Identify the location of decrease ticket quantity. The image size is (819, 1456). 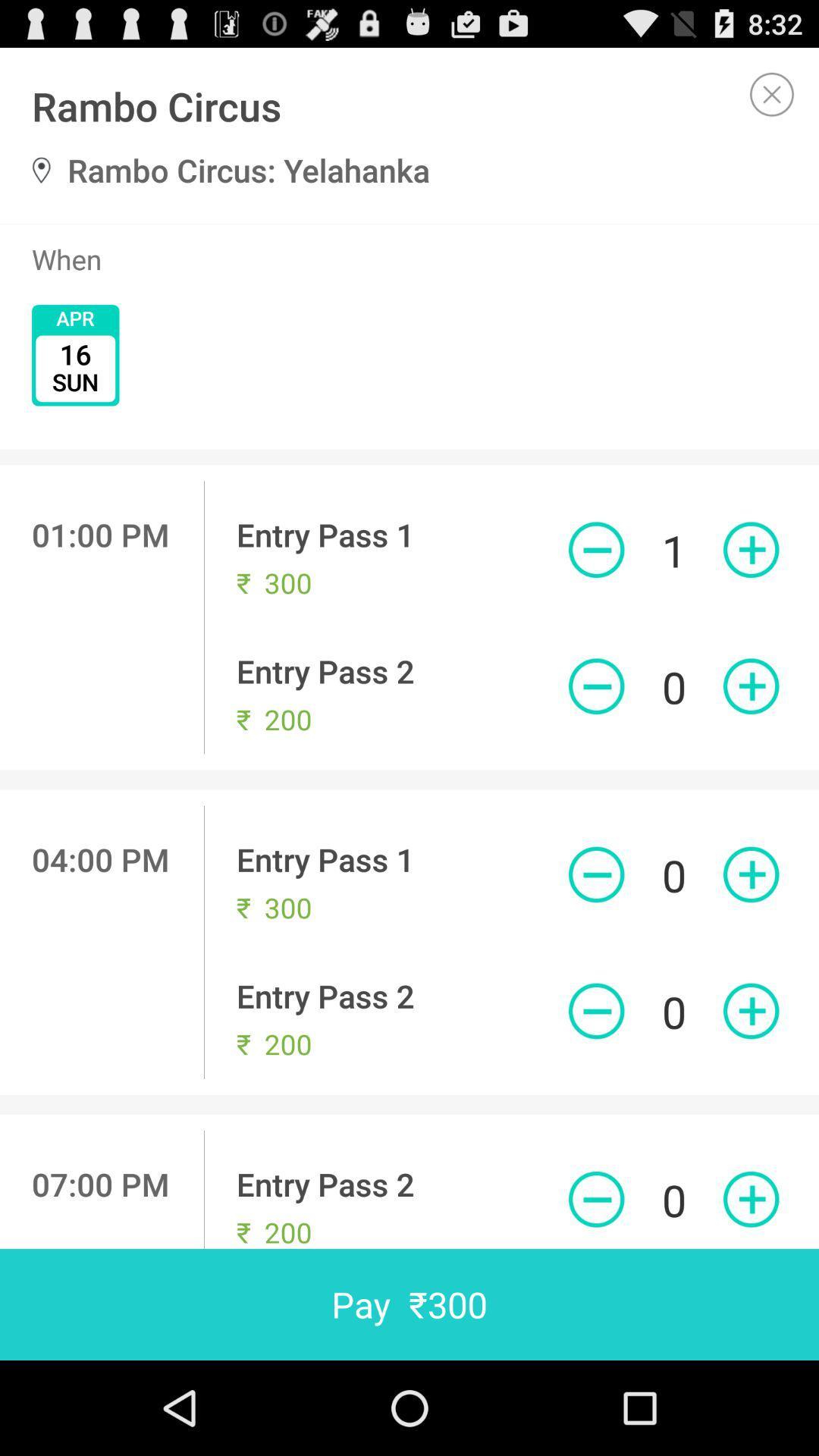
(595, 549).